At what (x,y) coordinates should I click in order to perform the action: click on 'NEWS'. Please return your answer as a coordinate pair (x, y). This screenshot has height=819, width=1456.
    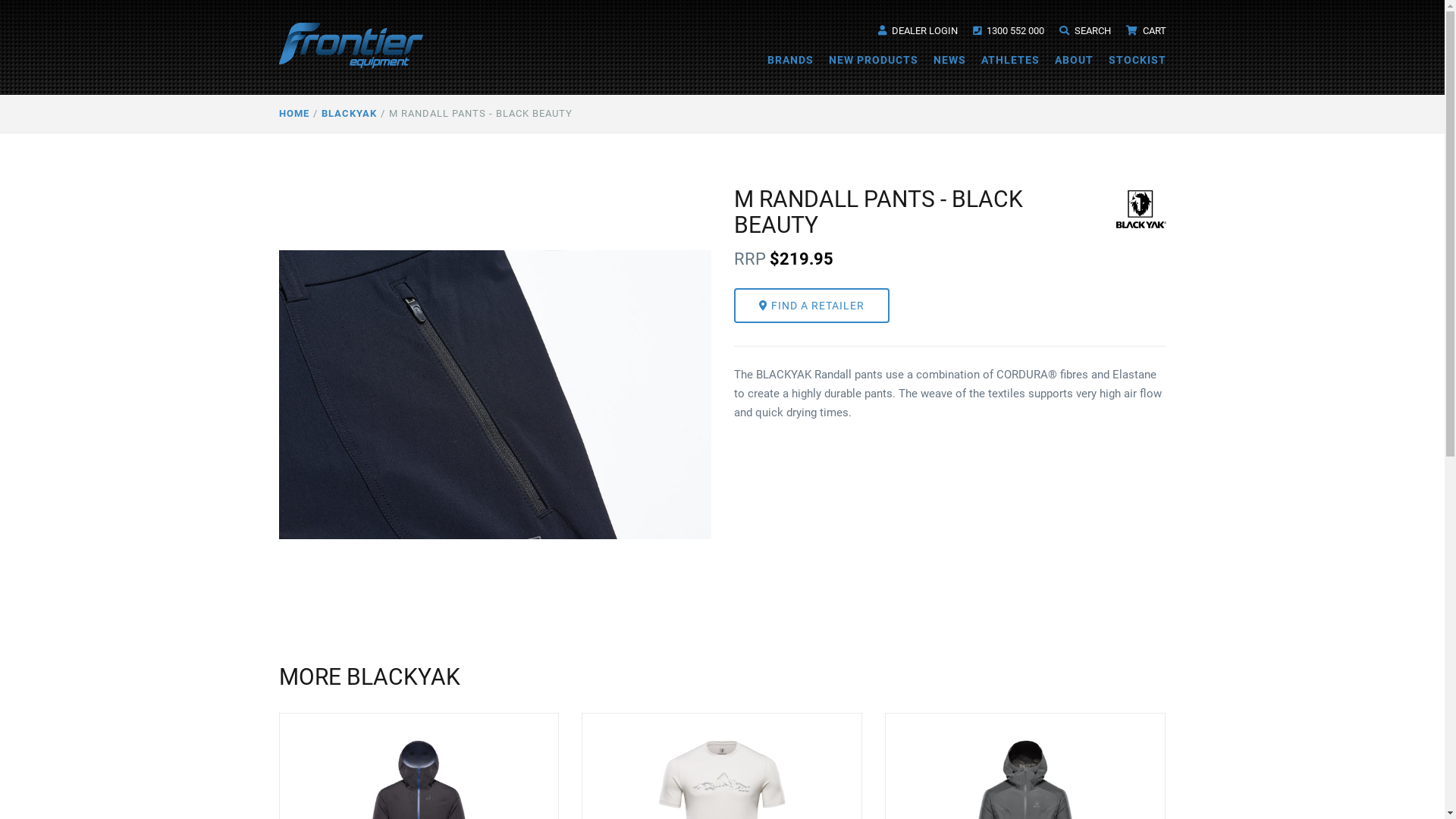
    Looking at the image, I should click on (948, 58).